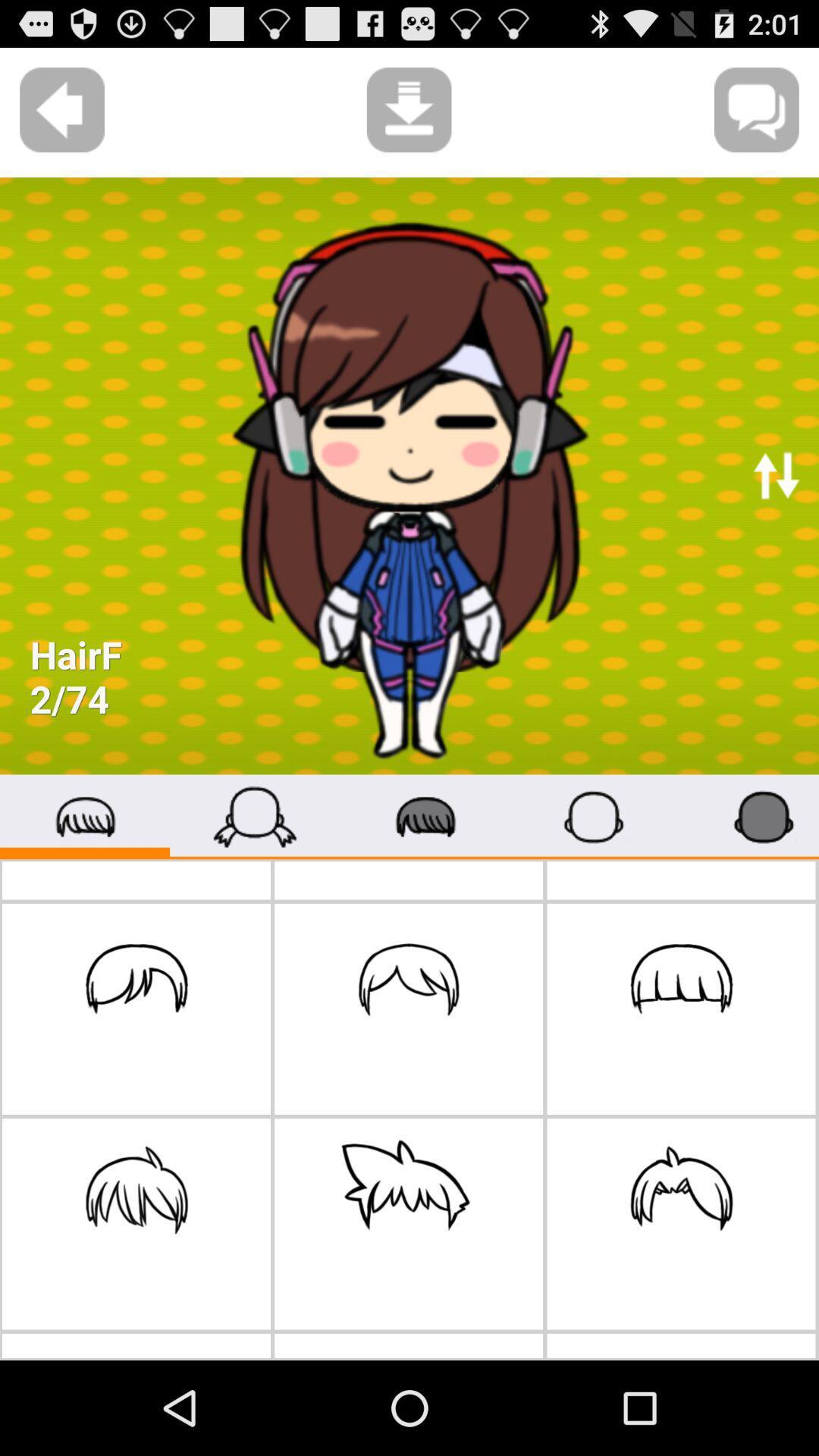 Image resolution: width=819 pixels, height=1456 pixels. What do you see at coordinates (408, 1224) in the screenshot?
I see `the 5th hair style icon on the web page` at bounding box center [408, 1224].